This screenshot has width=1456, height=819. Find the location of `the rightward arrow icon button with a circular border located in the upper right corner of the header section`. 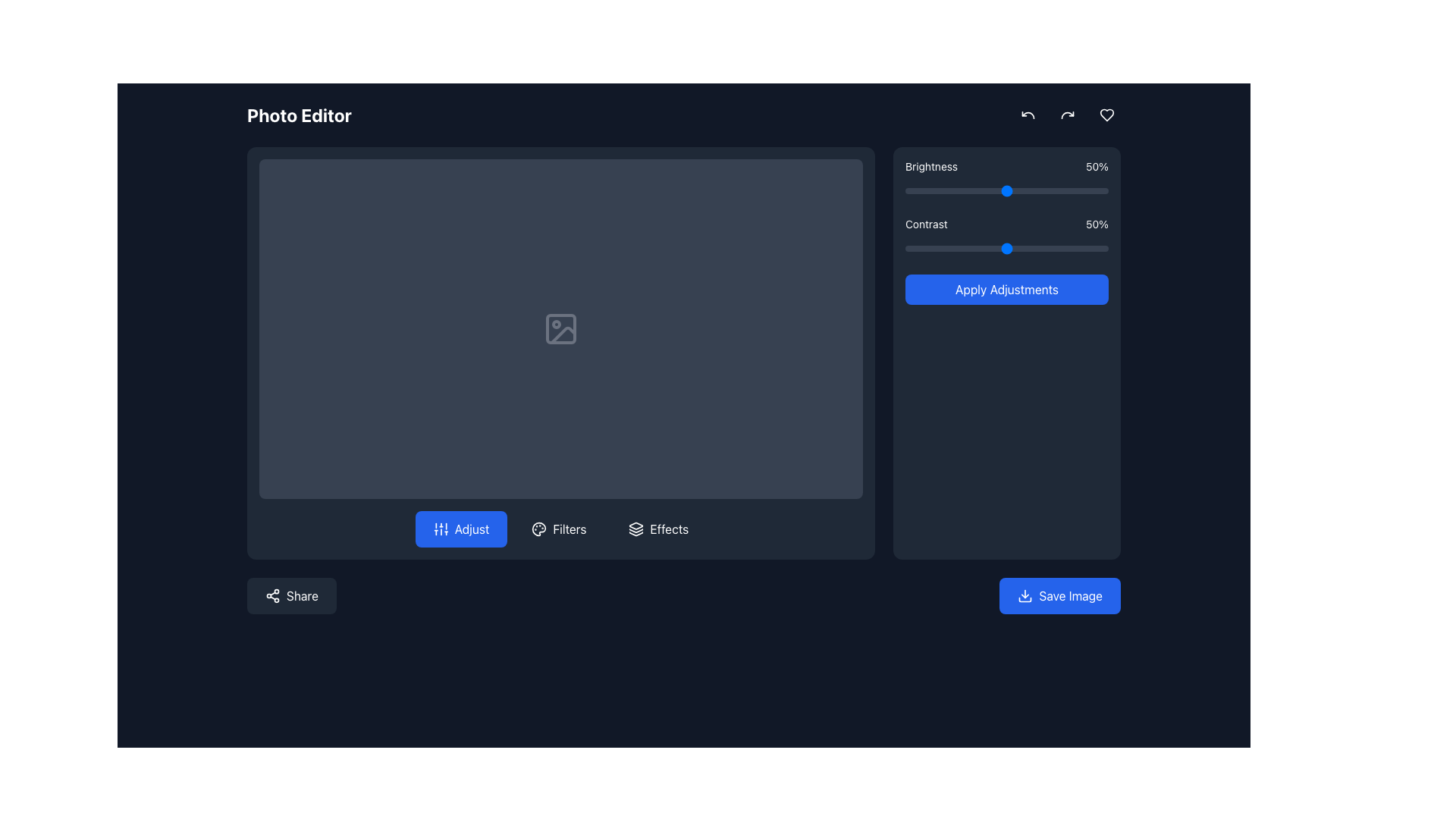

the rightward arrow icon button with a circular border located in the upper right corner of the header section is located at coordinates (1066, 114).